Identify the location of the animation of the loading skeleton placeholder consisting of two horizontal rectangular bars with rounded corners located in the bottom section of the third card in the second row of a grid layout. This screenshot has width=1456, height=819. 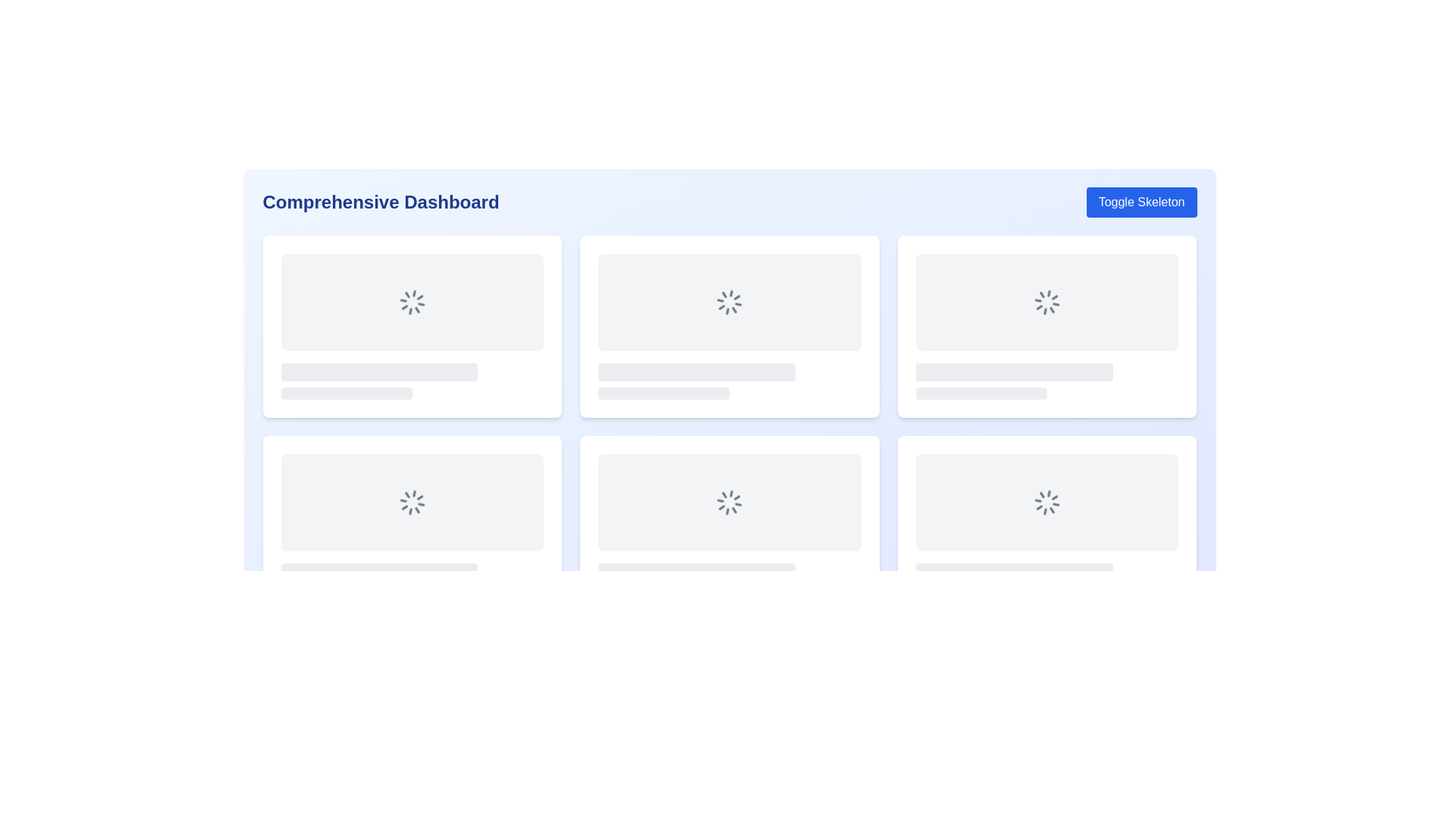
(1046, 380).